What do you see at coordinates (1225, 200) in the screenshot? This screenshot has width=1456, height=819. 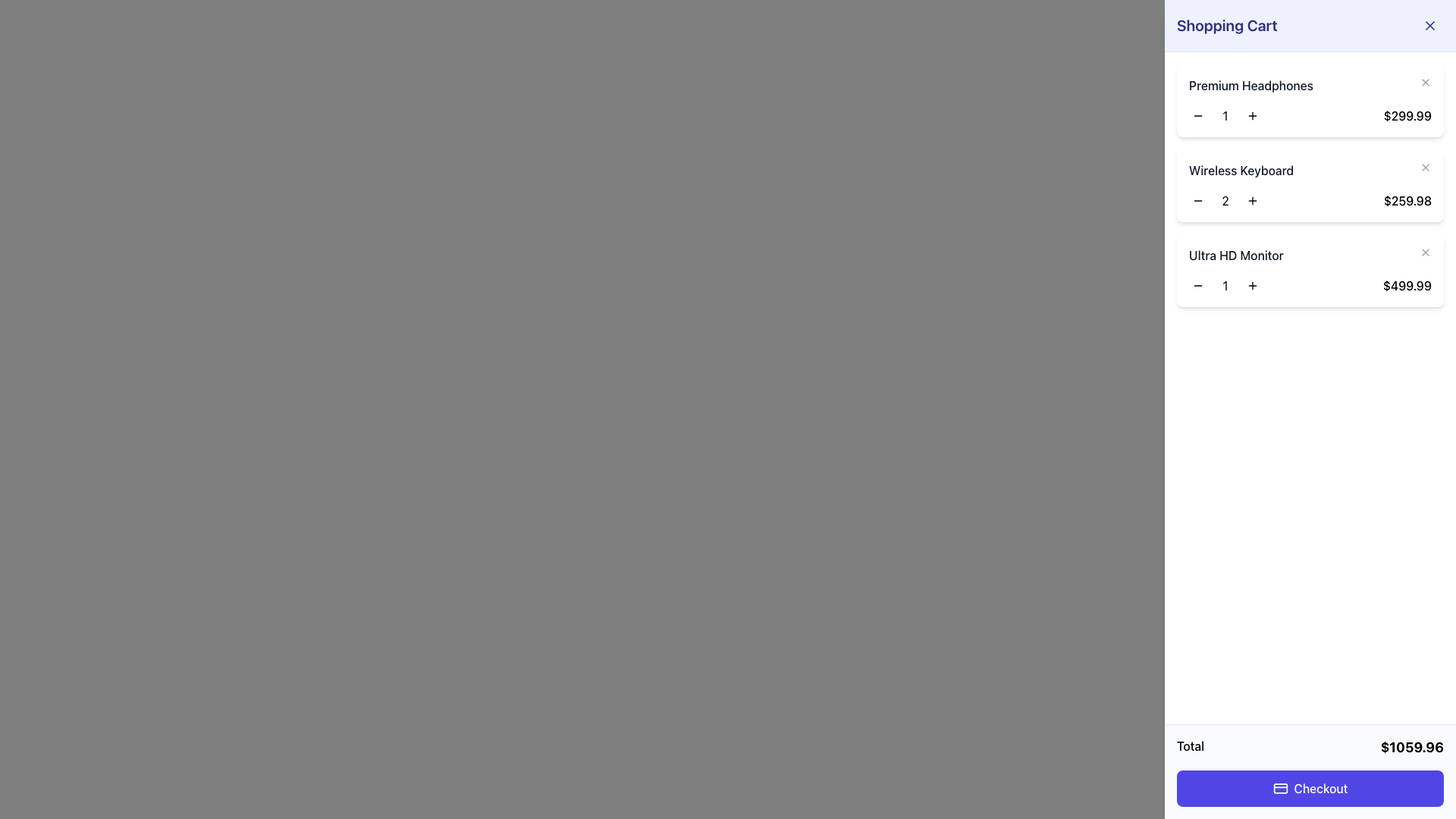 I see `the numeric label displaying the number '2', which is centrally positioned between the decrement button '-' and increment button '+', in the quantity adjustment section for 'Wireless Keyboard' in the shopping cart` at bounding box center [1225, 200].